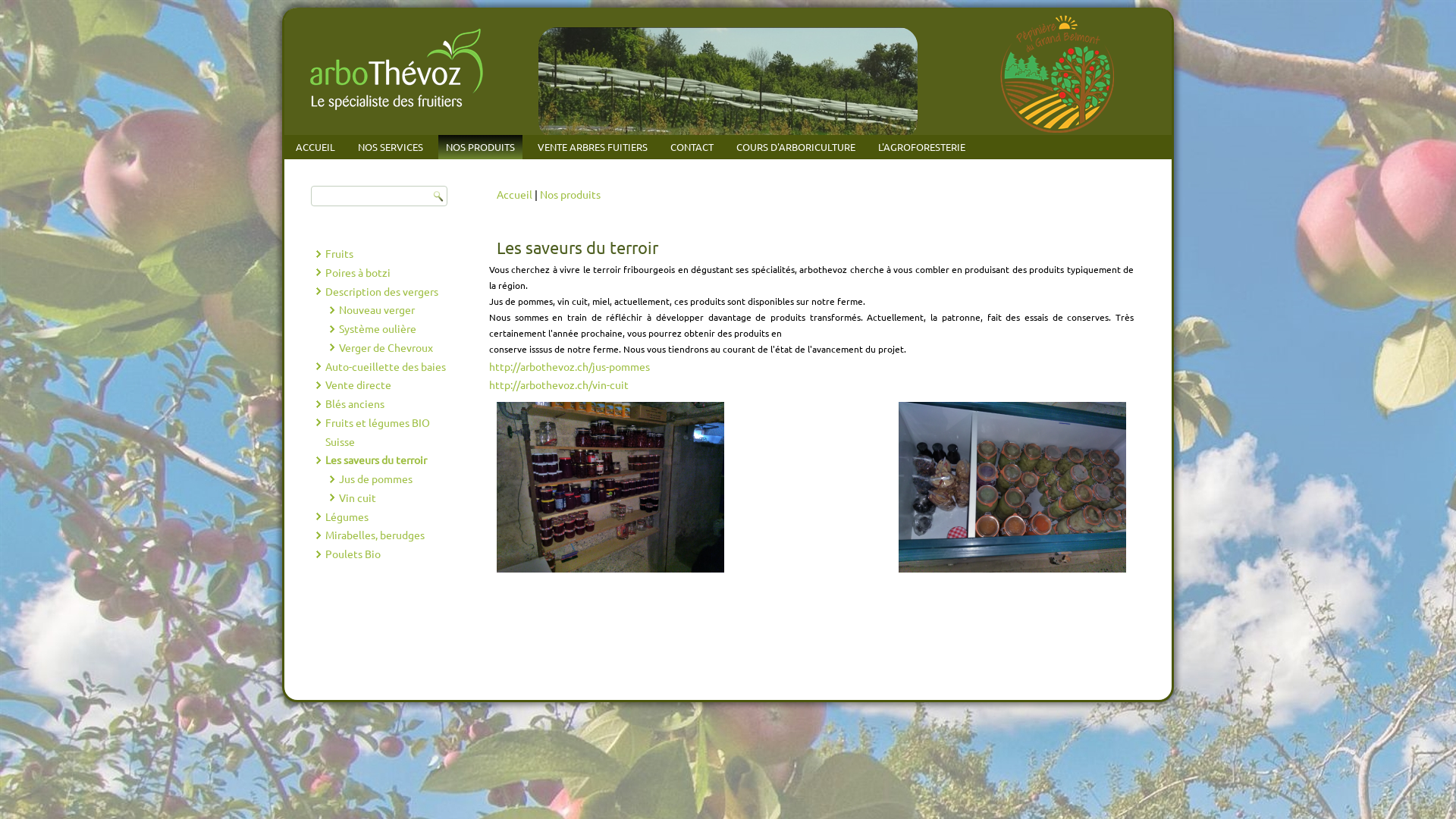 The width and height of the screenshot is (1456, 819). What do you see at coordinates (384, 366) in the screenshot?
I see `'Auto-cueillette des baies'` at bounding box center [384, 366].